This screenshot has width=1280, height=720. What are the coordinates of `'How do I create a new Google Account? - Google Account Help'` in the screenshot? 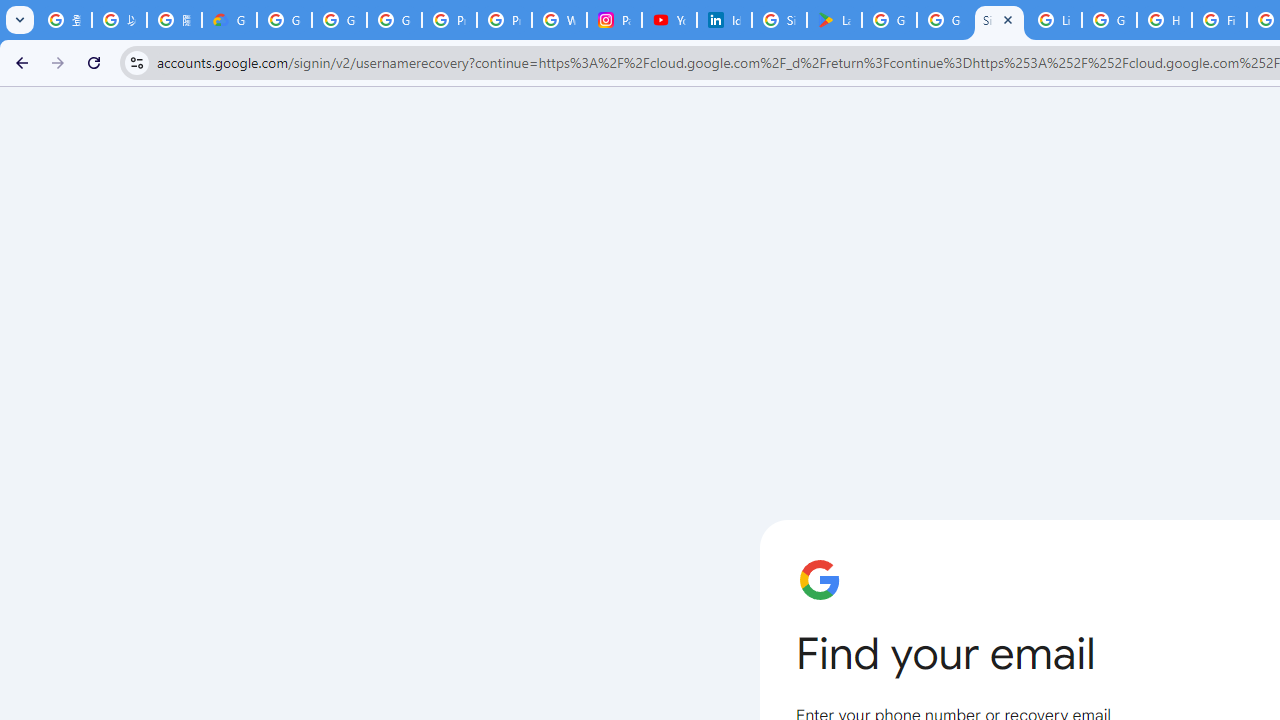 It's located at (1164, 20).